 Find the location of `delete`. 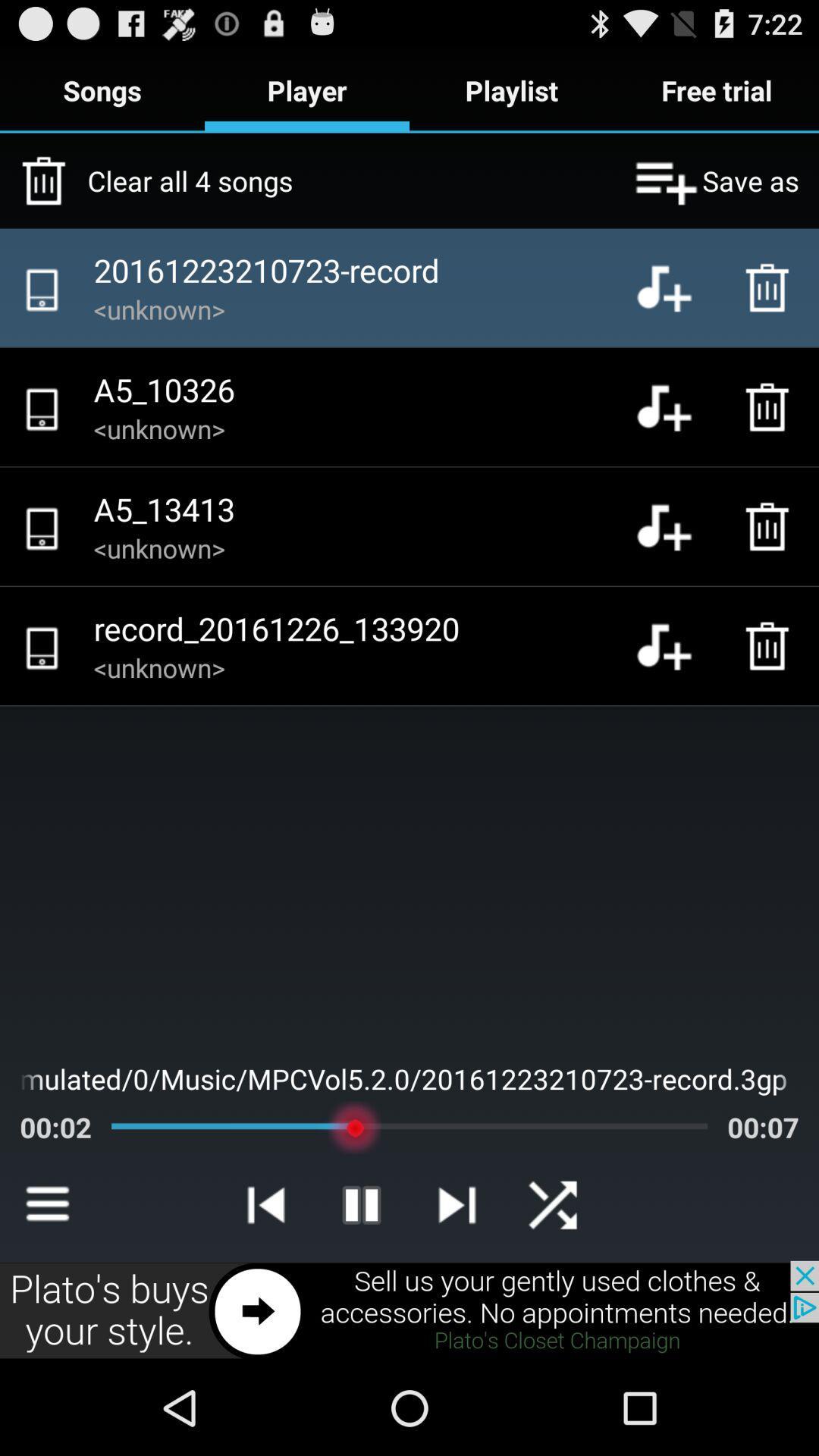

delete is located at coordinates (771, 645).